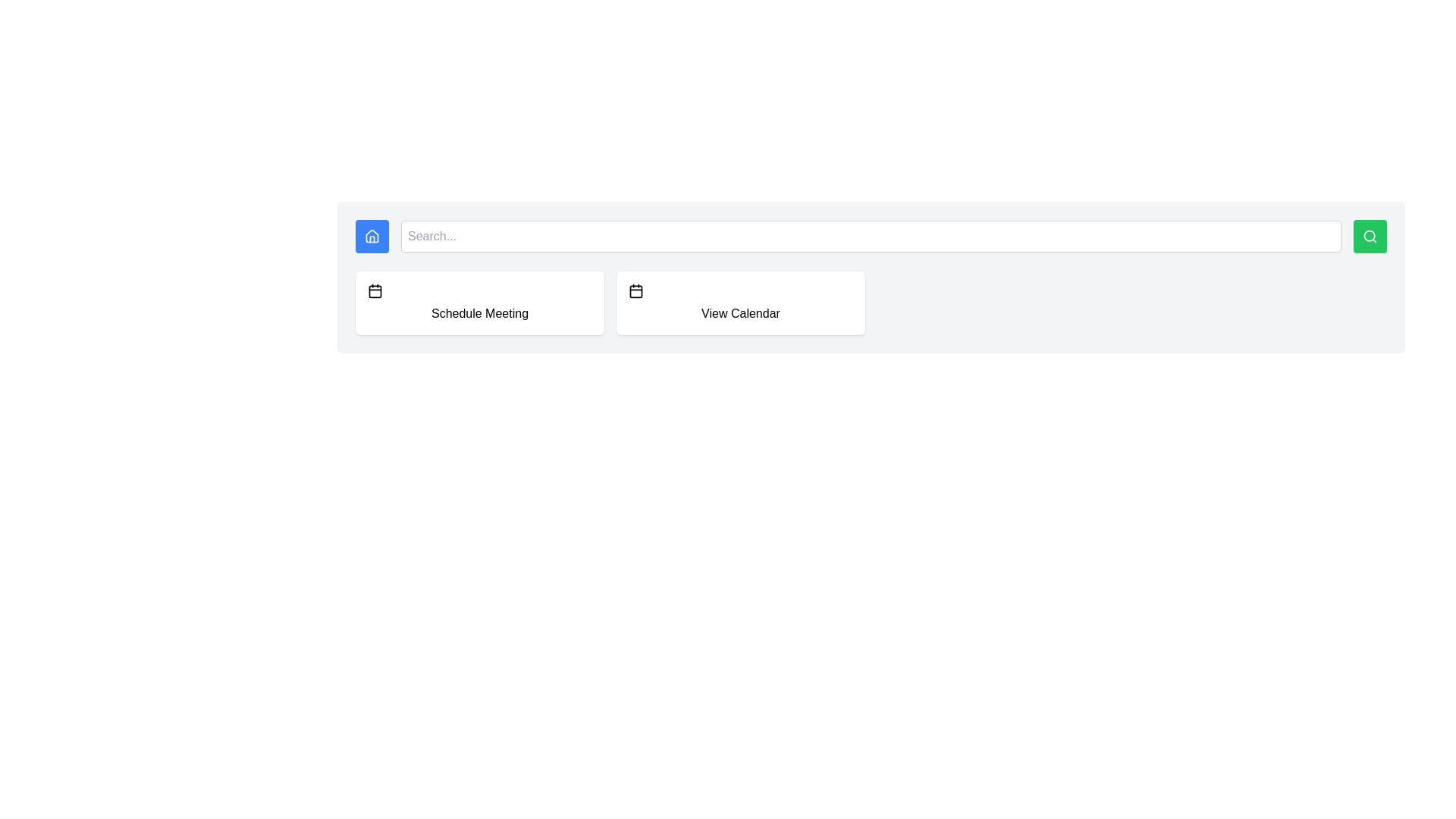 Image resolution: width=1456 pixels, height=819 pixels. What do you see at coordinates (741, 303) in the screenshot?
I see `the calendar access button located in the second column of the grid layout, adjacent to the 'Schedule Meeting' button` at bounding box center [741, 303].